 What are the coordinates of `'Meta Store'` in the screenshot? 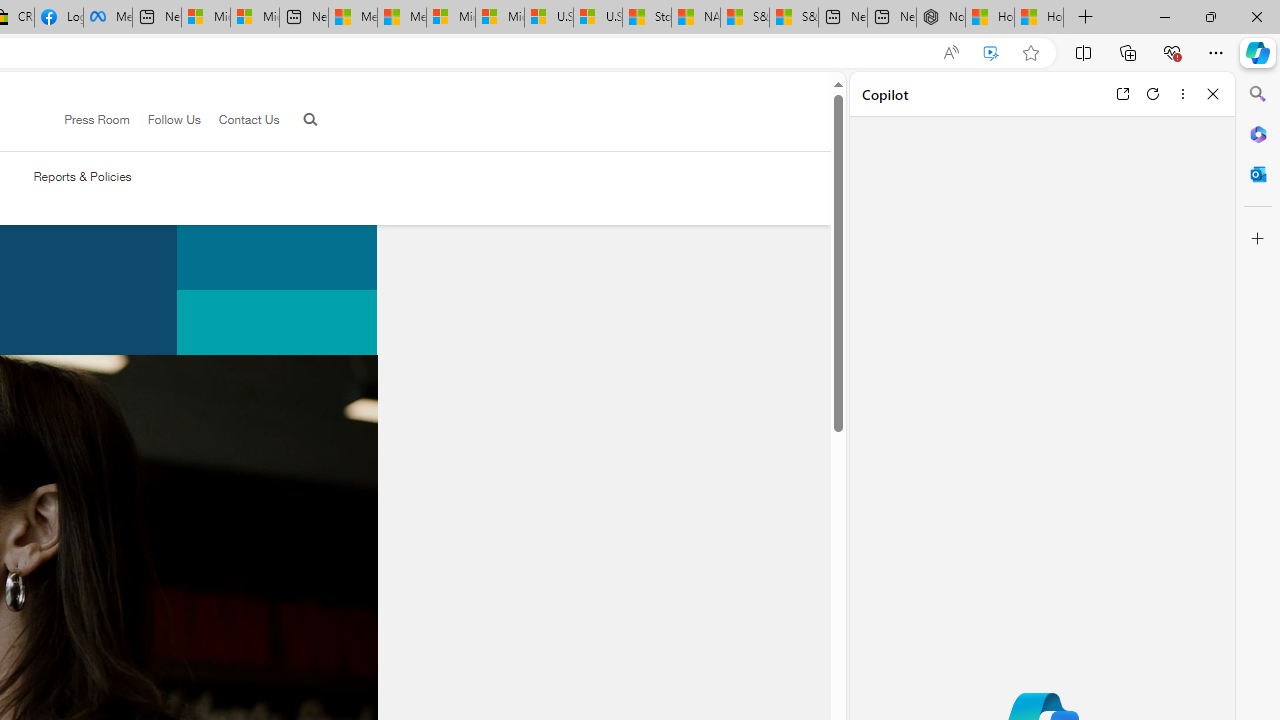 It's located at (107, 17).